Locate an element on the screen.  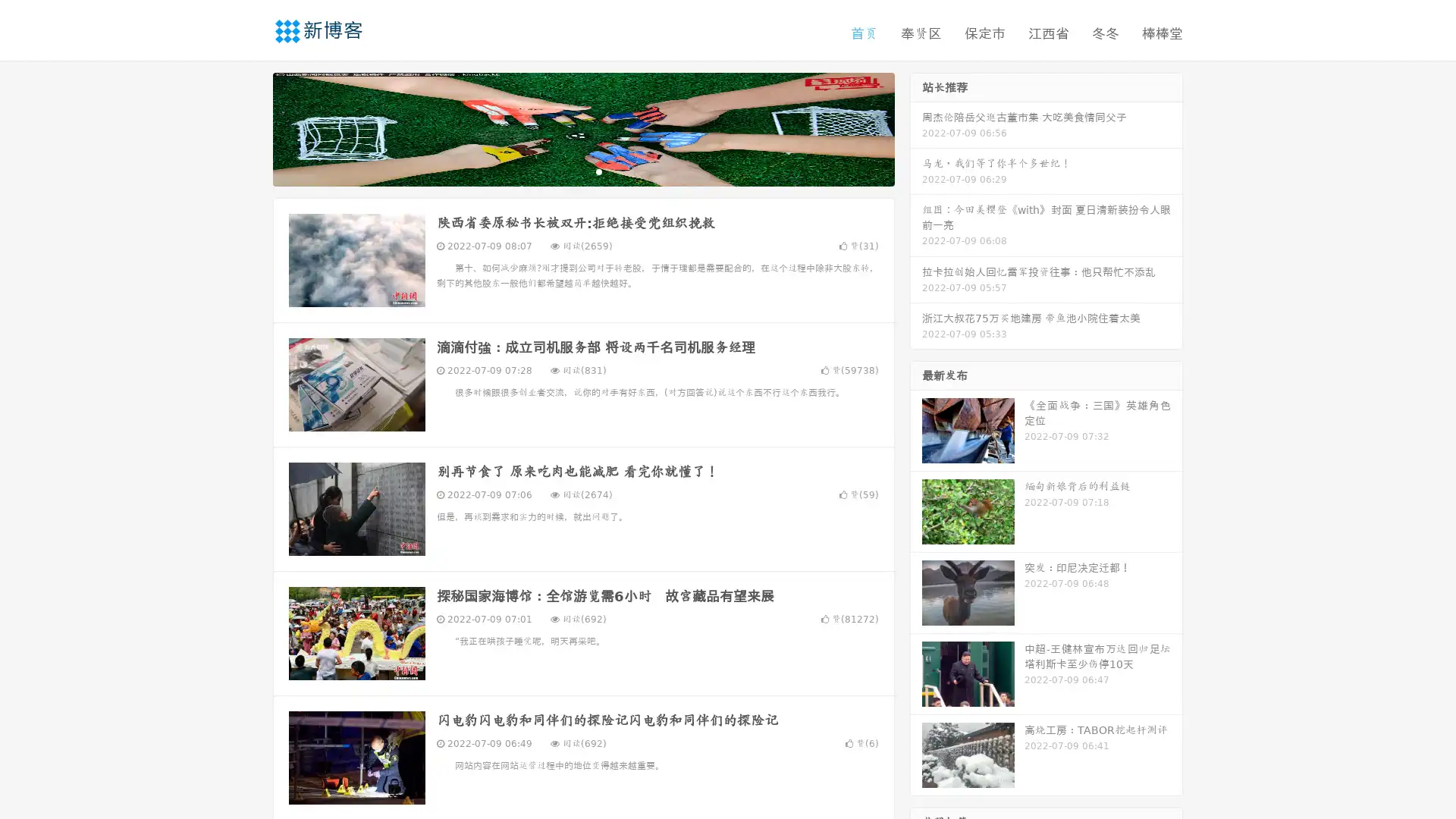
Go to slide 3 is located at coordinates (598, 171).